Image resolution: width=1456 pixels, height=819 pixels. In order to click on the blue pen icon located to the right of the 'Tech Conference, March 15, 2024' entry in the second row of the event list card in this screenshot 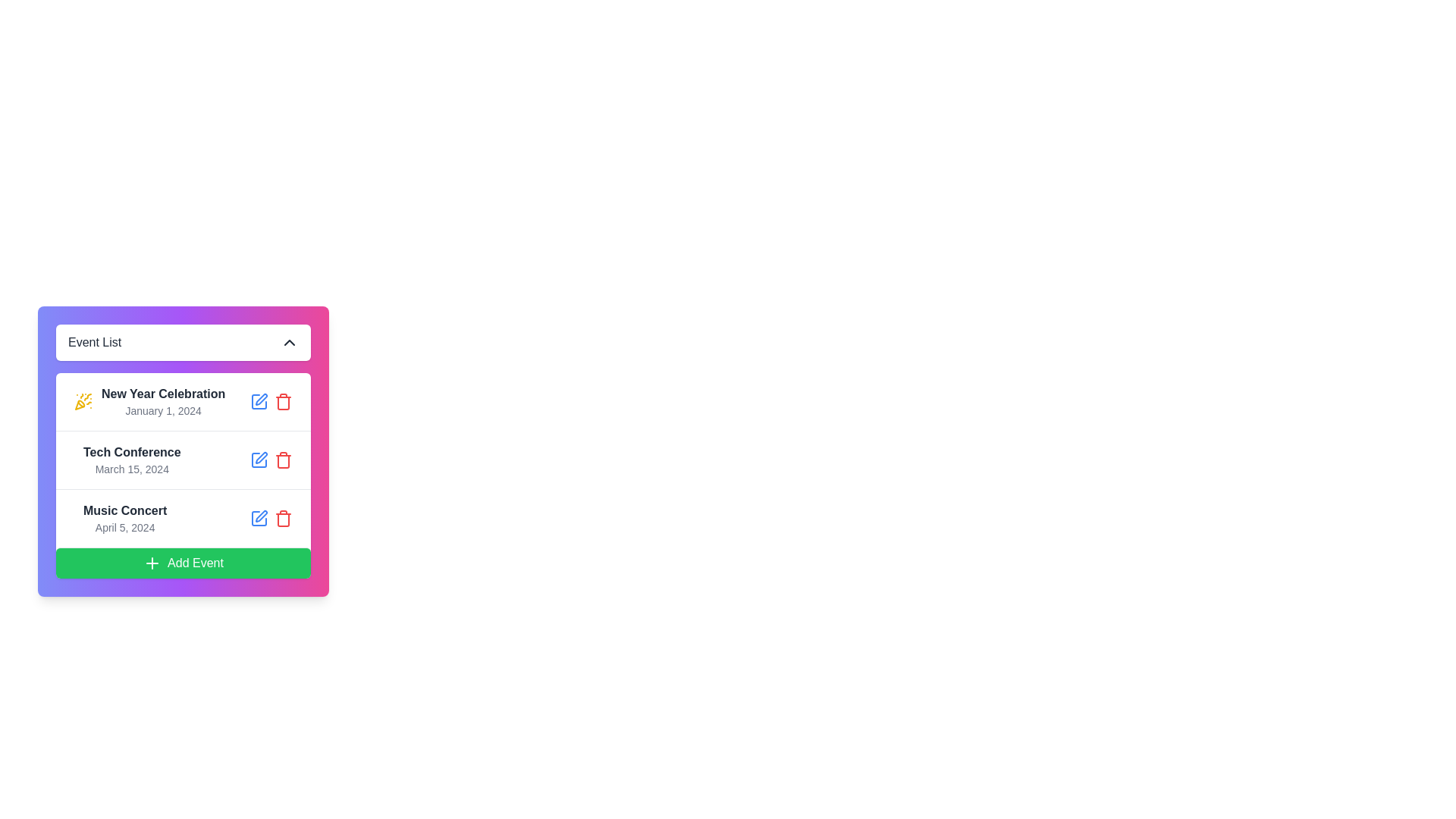, I will do `click(271, 459)`.